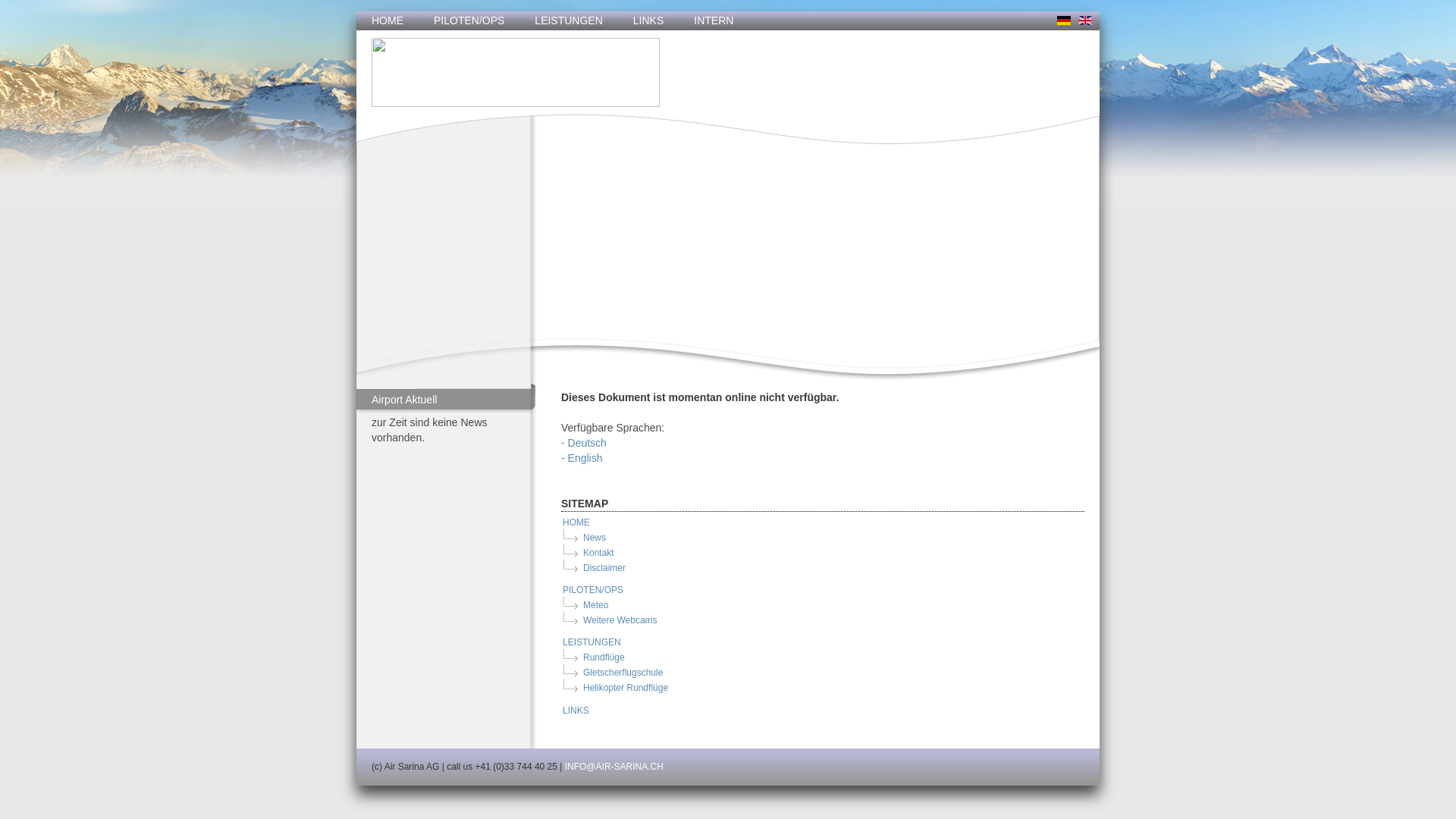 The width and height of the screenshot is (1456, 819). Describe the element at coordinates (387, 20) in the screenshot. I see `'HOME'` at that location.